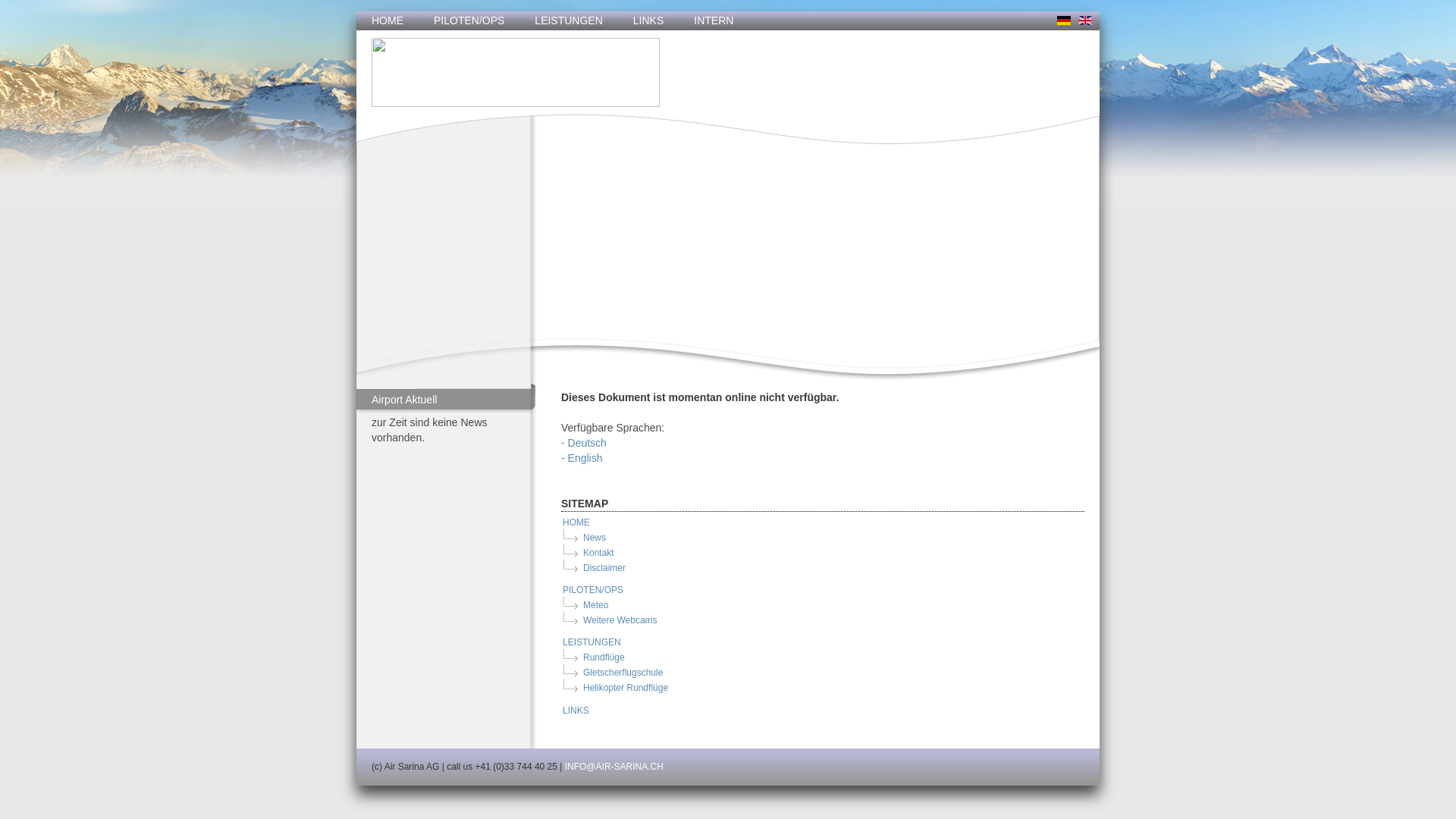 The width and height of the screenshot is (1456, 819). Describe the element at coordinates (387, 20) in the screenshot. I see `'HOME'` at that location.